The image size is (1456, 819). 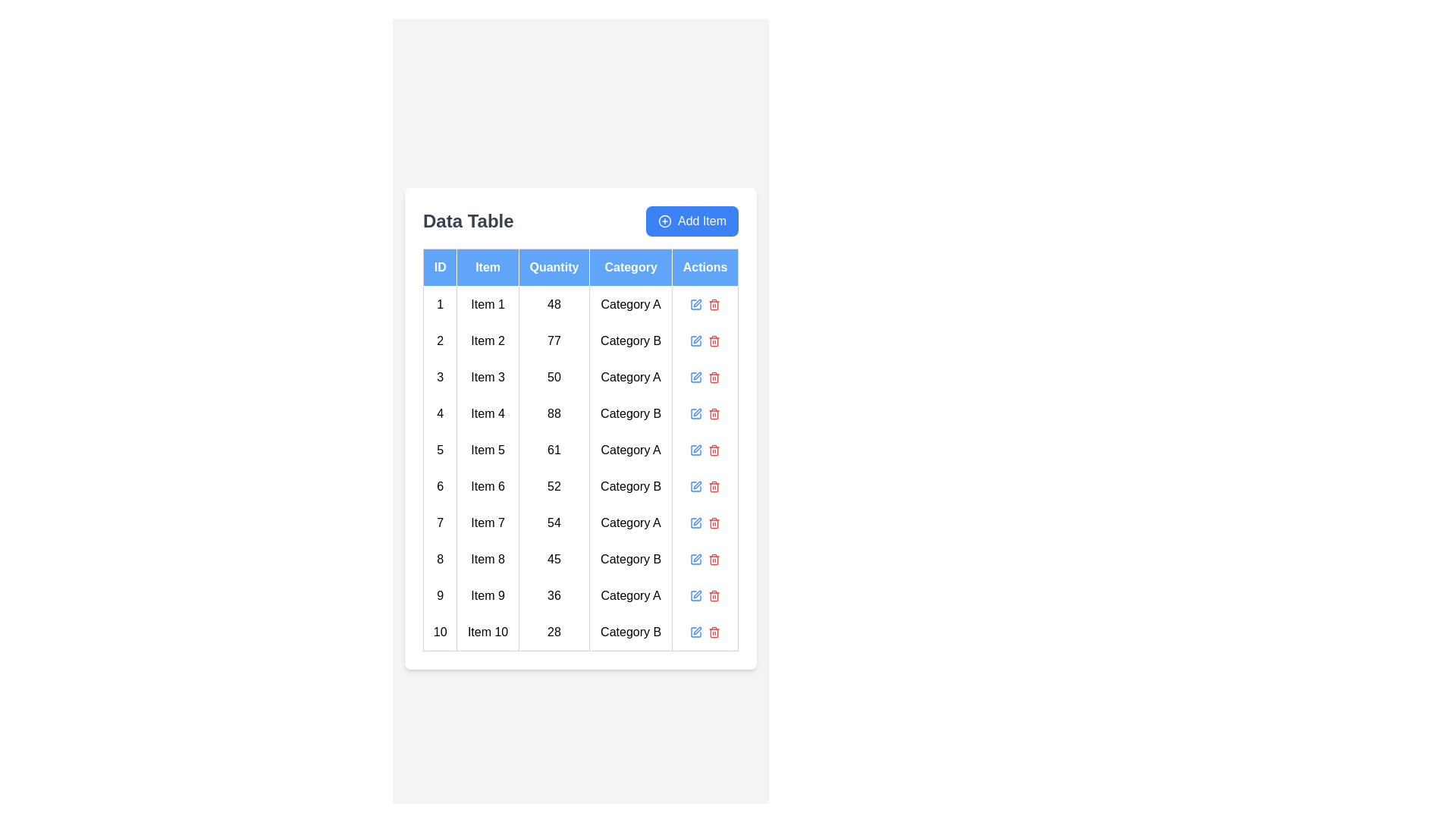 I want to click on the static text element displaying the number '77' in the 'Quantity' column of the second row labeled 'Item 2' in the table, so click(x=553, y=340).